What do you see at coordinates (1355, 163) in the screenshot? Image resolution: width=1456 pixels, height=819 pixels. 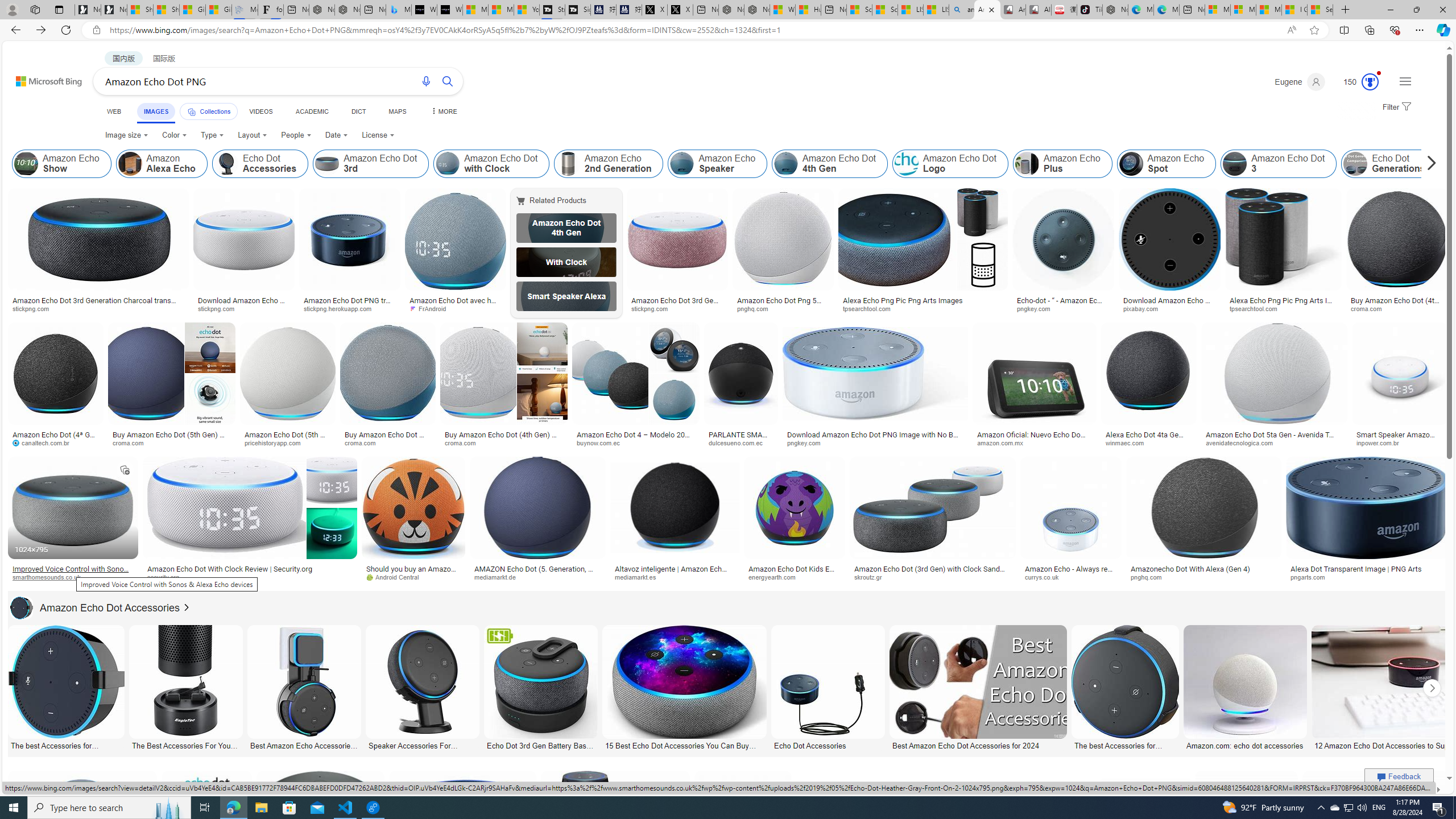 I see `'Echo Dot Generations'` at bounding box center [1355, 163].